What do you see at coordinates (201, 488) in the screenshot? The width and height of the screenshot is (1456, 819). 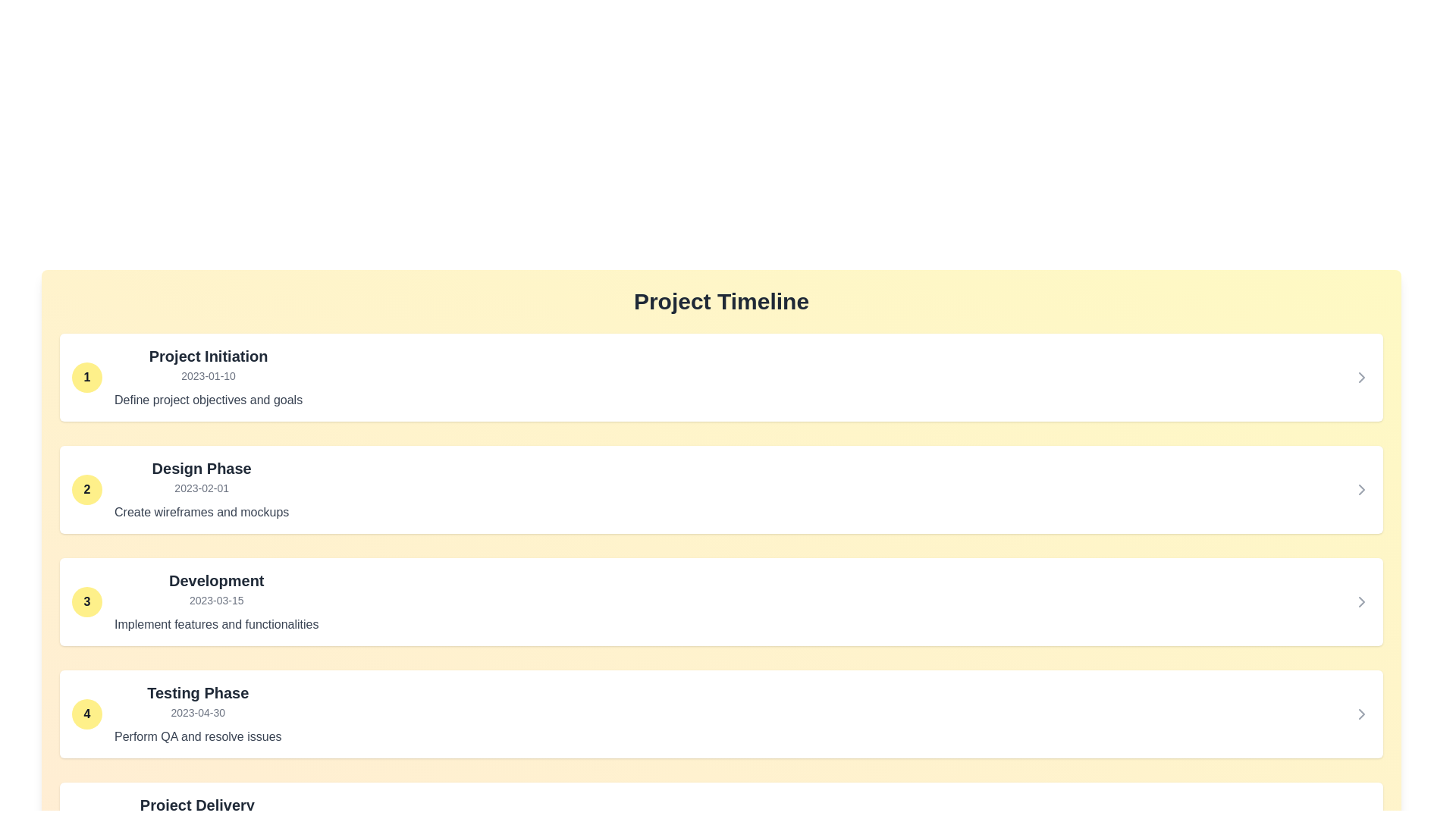 I see `the static text label displaying the date related to the 'Design Phase' task in the timeline, which is centered beneath the main title and above the description` at bounding box center [201, 488].